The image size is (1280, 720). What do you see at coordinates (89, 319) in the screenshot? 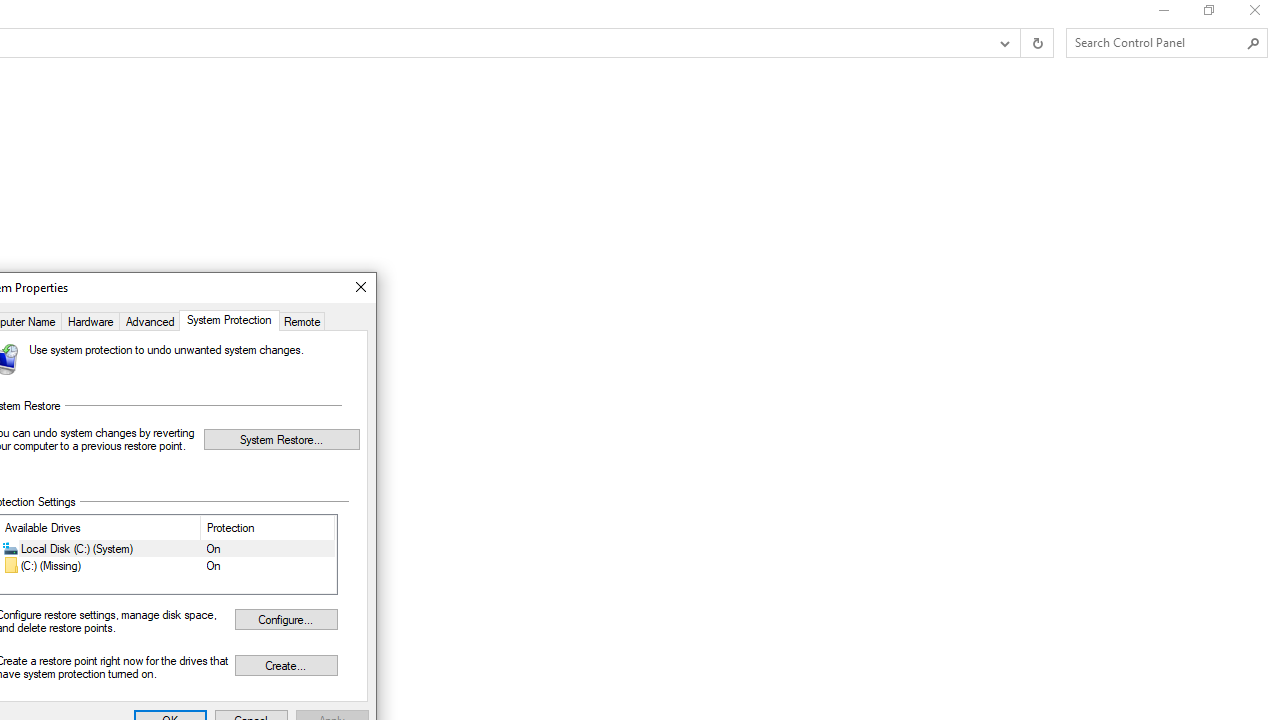
I see `'Hardware'` at bounding box center [89, 319].